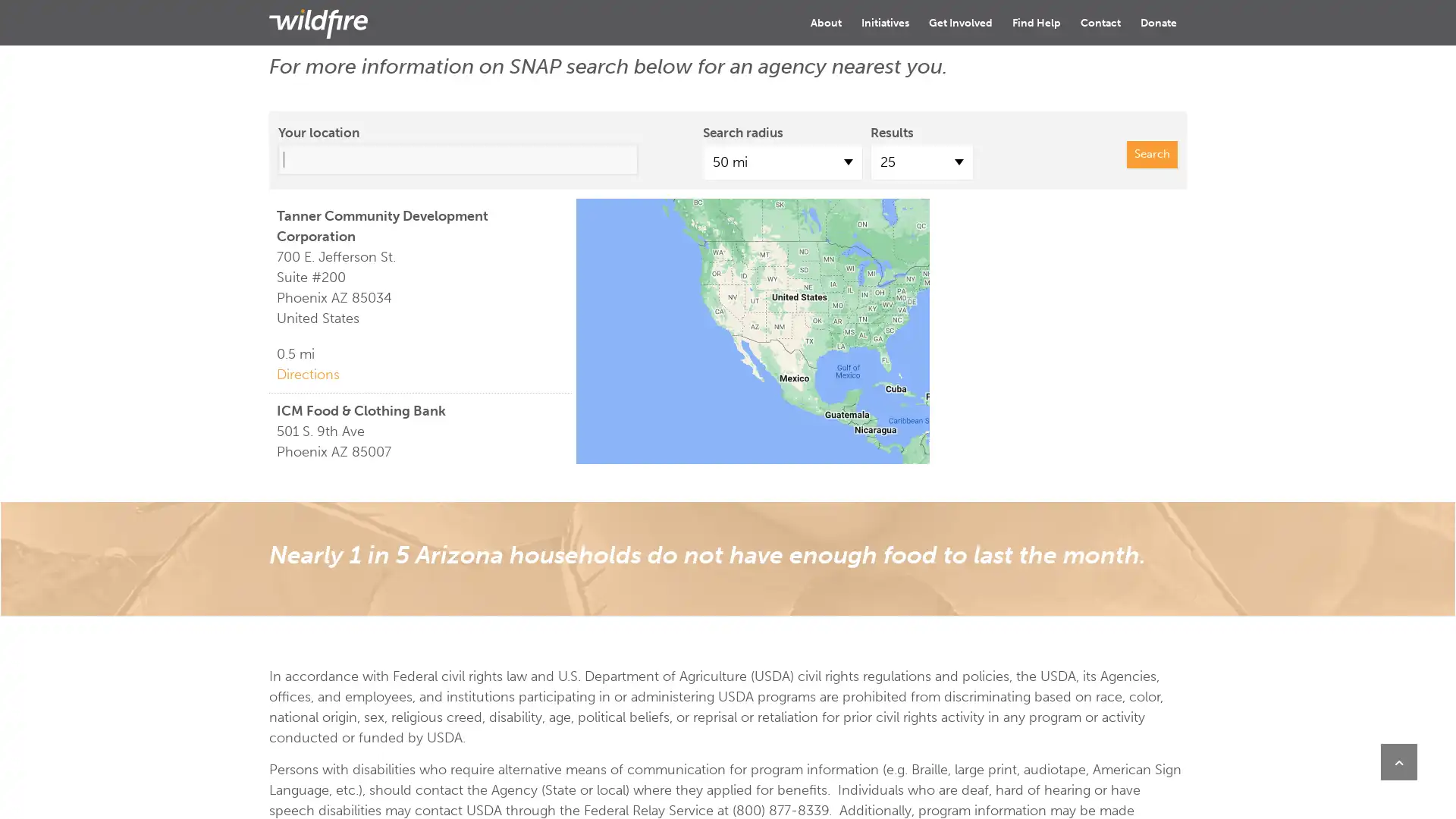  Describe the element at coordinates (598, 250) in the screenshot. I see `Zoom out` at that location.